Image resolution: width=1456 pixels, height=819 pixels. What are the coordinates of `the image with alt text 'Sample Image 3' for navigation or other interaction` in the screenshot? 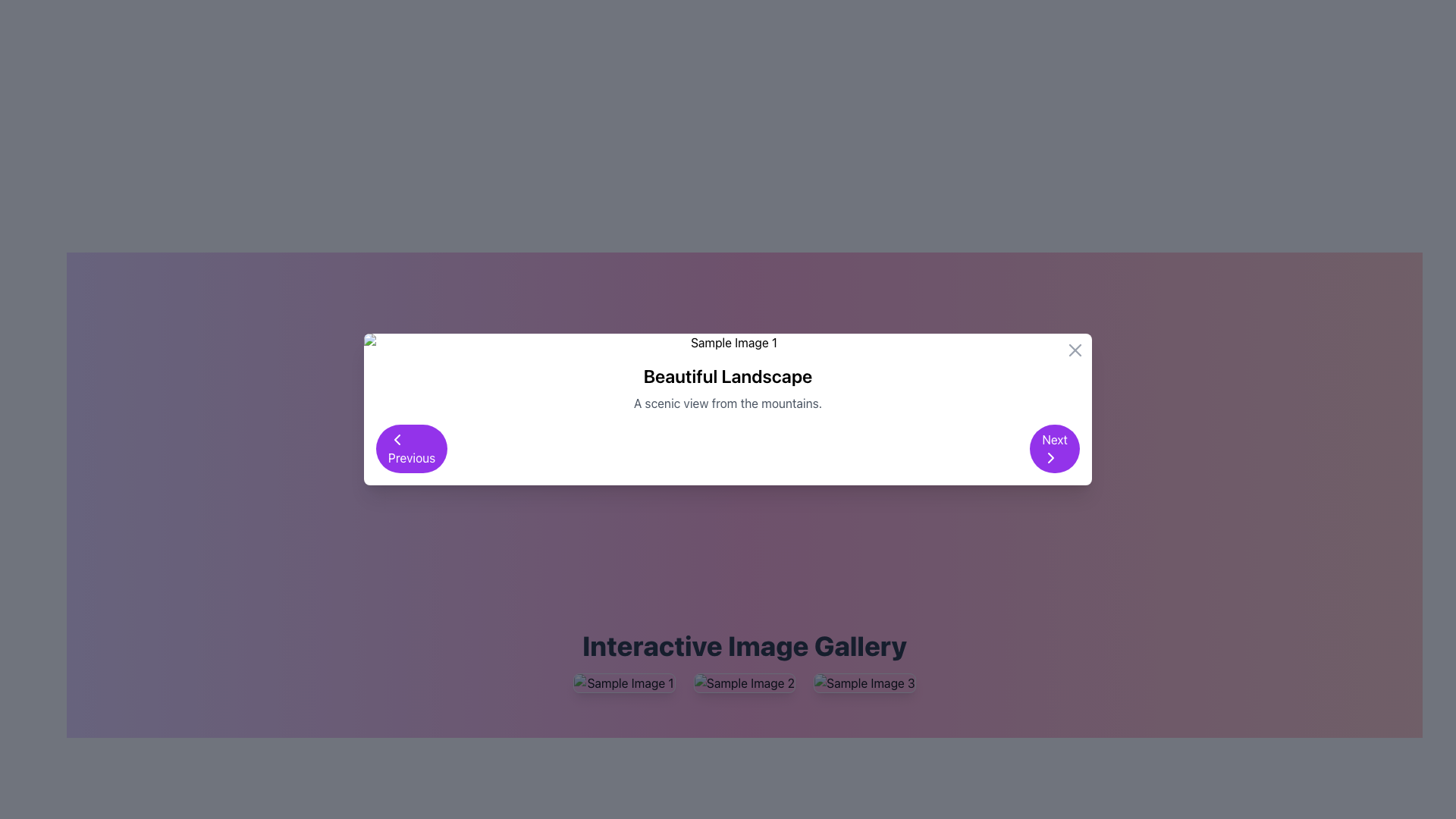 It's located at (864, 683).